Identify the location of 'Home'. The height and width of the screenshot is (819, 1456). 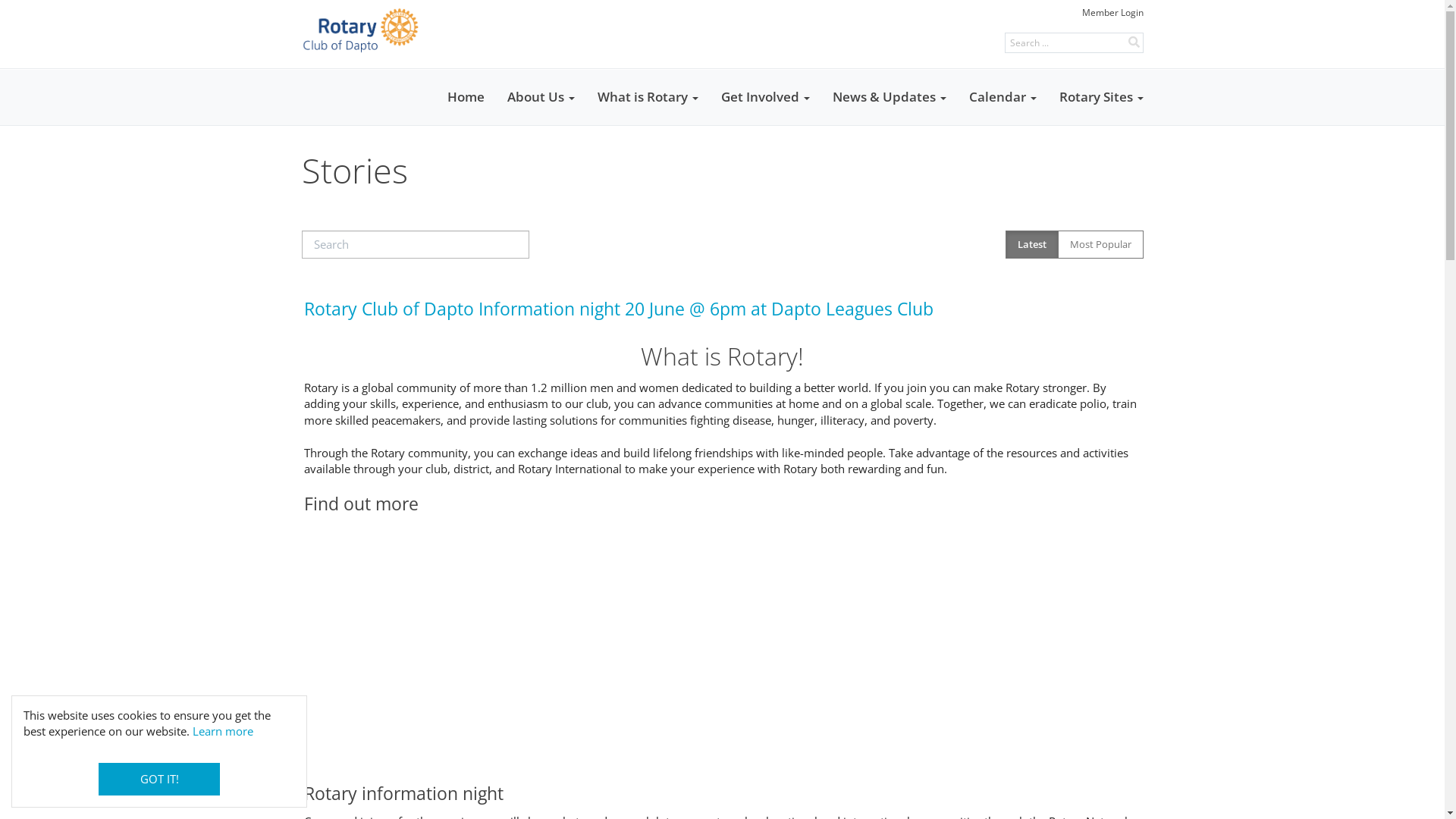
(464, 96).